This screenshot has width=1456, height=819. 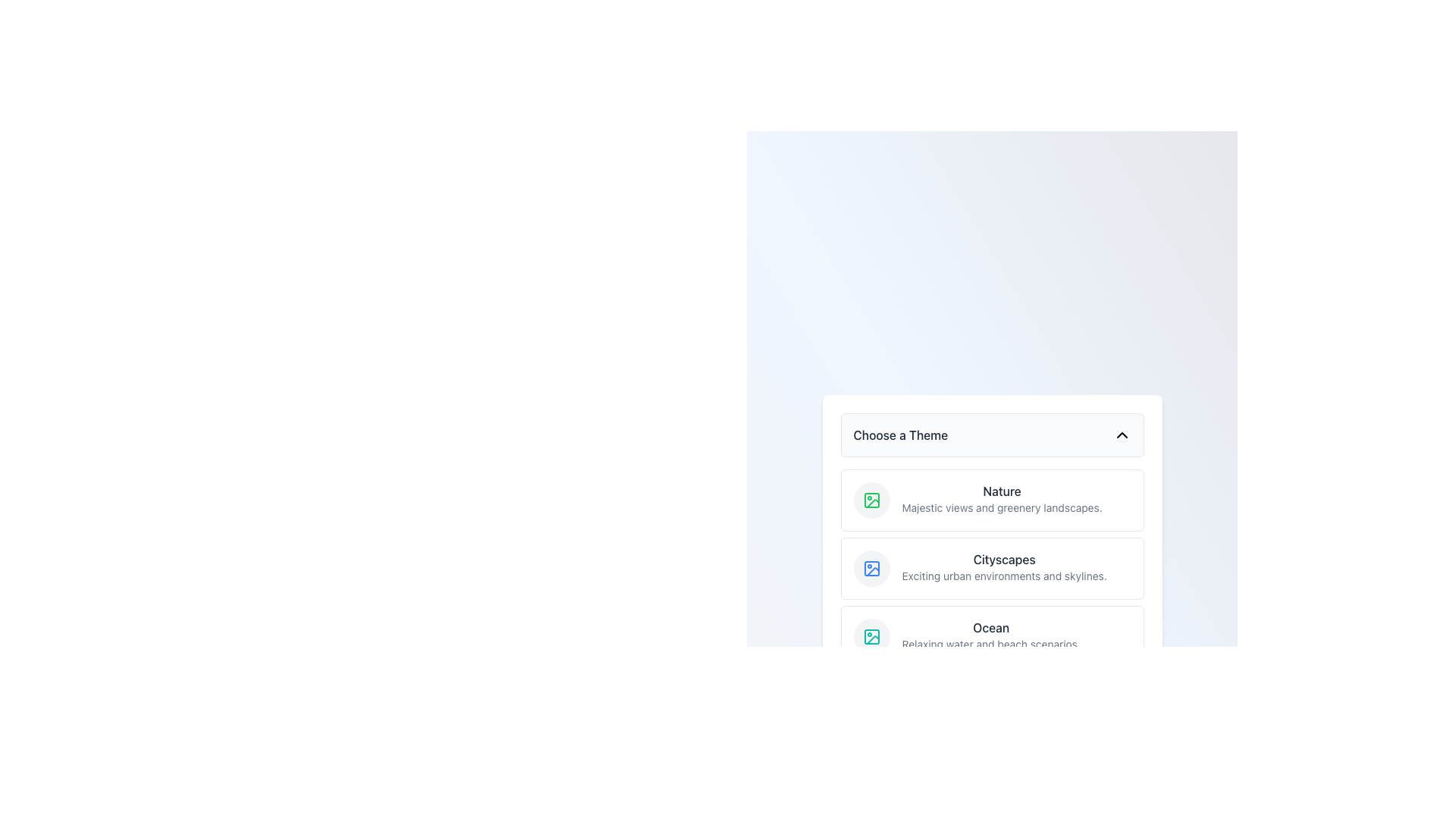 I want to click on the circular icon with a light gray background and teal accents, located at the leftmost edge of the 'Ocean' theme row, so click(x=871, y=637).